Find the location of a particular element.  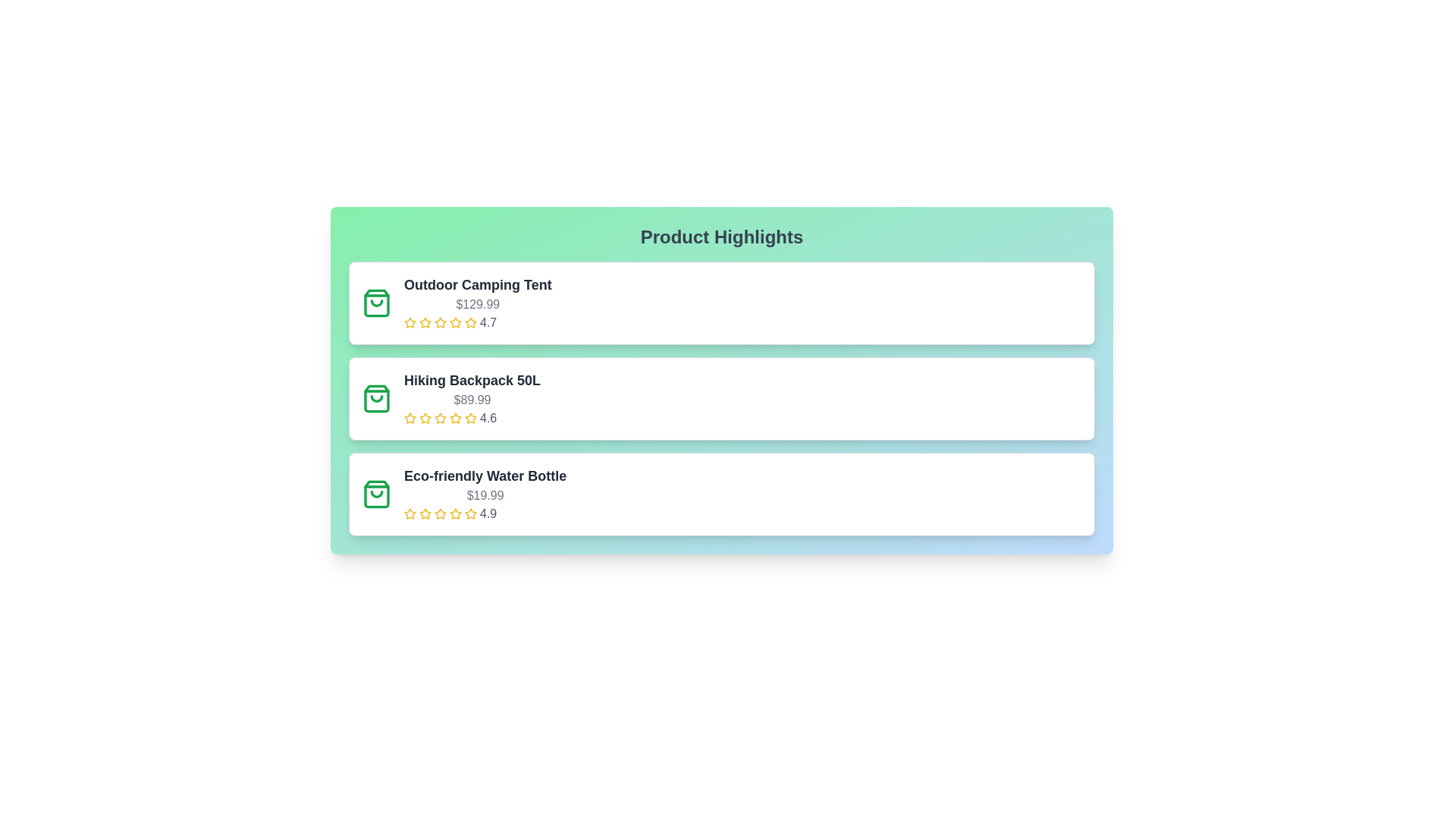

the rating of the product to 2 stars by clicking on the corresponding star is located at coordinates (425, 322).